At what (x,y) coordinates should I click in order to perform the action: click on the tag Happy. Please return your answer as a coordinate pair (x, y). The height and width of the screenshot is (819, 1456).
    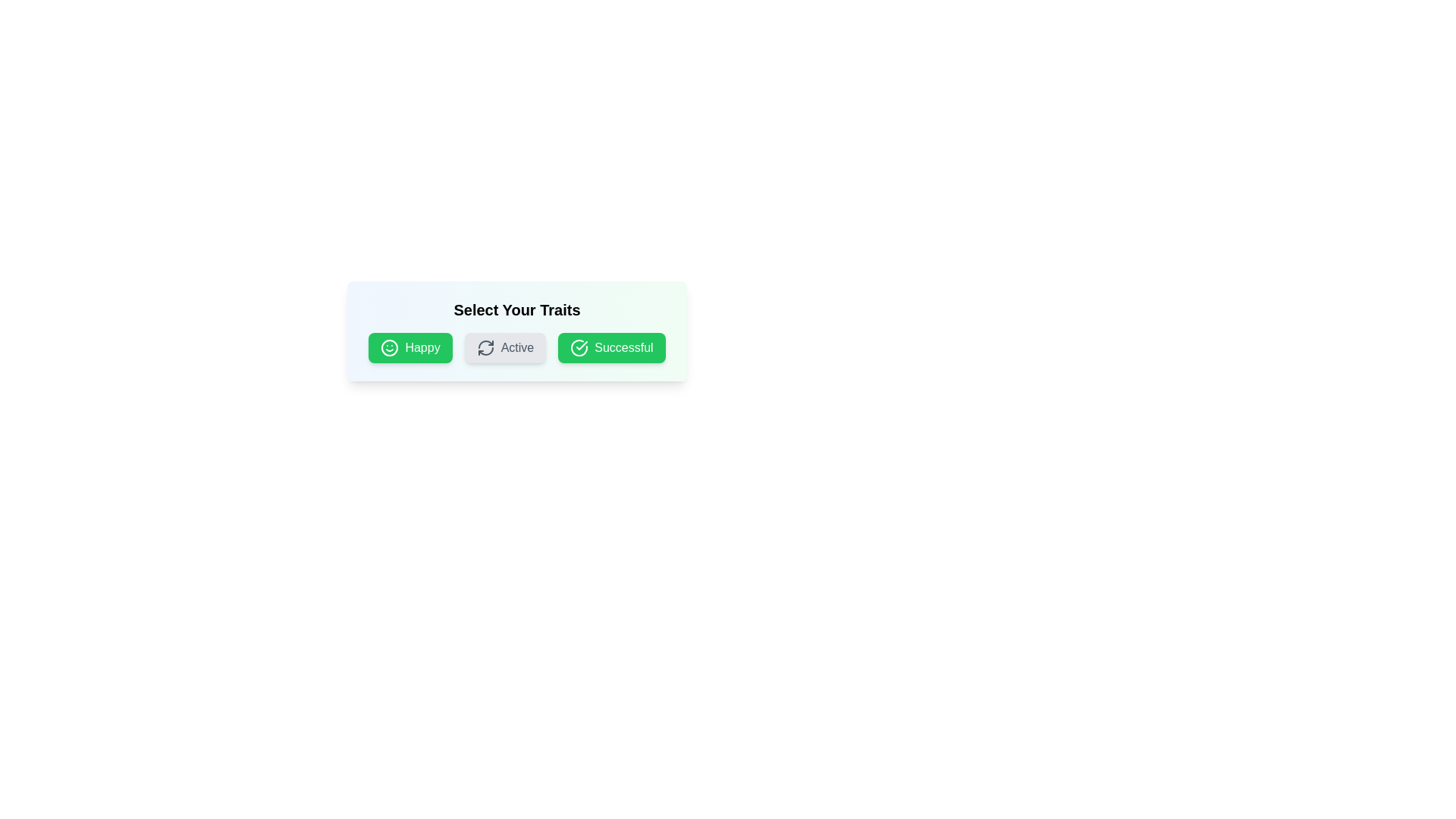
    Looking at the image, I should click on (410, 348).